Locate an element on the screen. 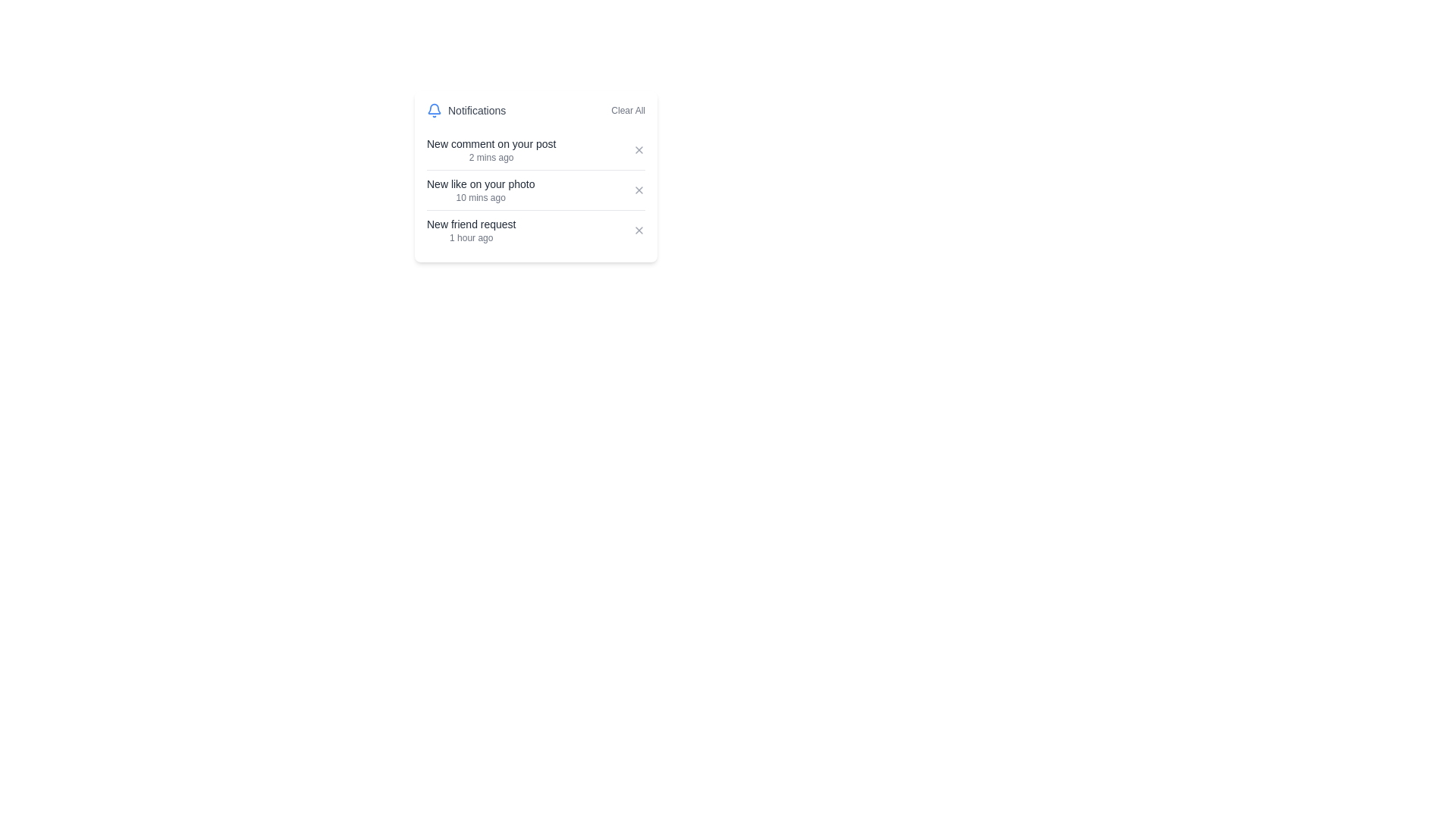 Image resolution: width=1456 pixels, height=819 pixels. the notification text block that reads 'New friend request' located in the notification list is located at coordinates (470, 231).